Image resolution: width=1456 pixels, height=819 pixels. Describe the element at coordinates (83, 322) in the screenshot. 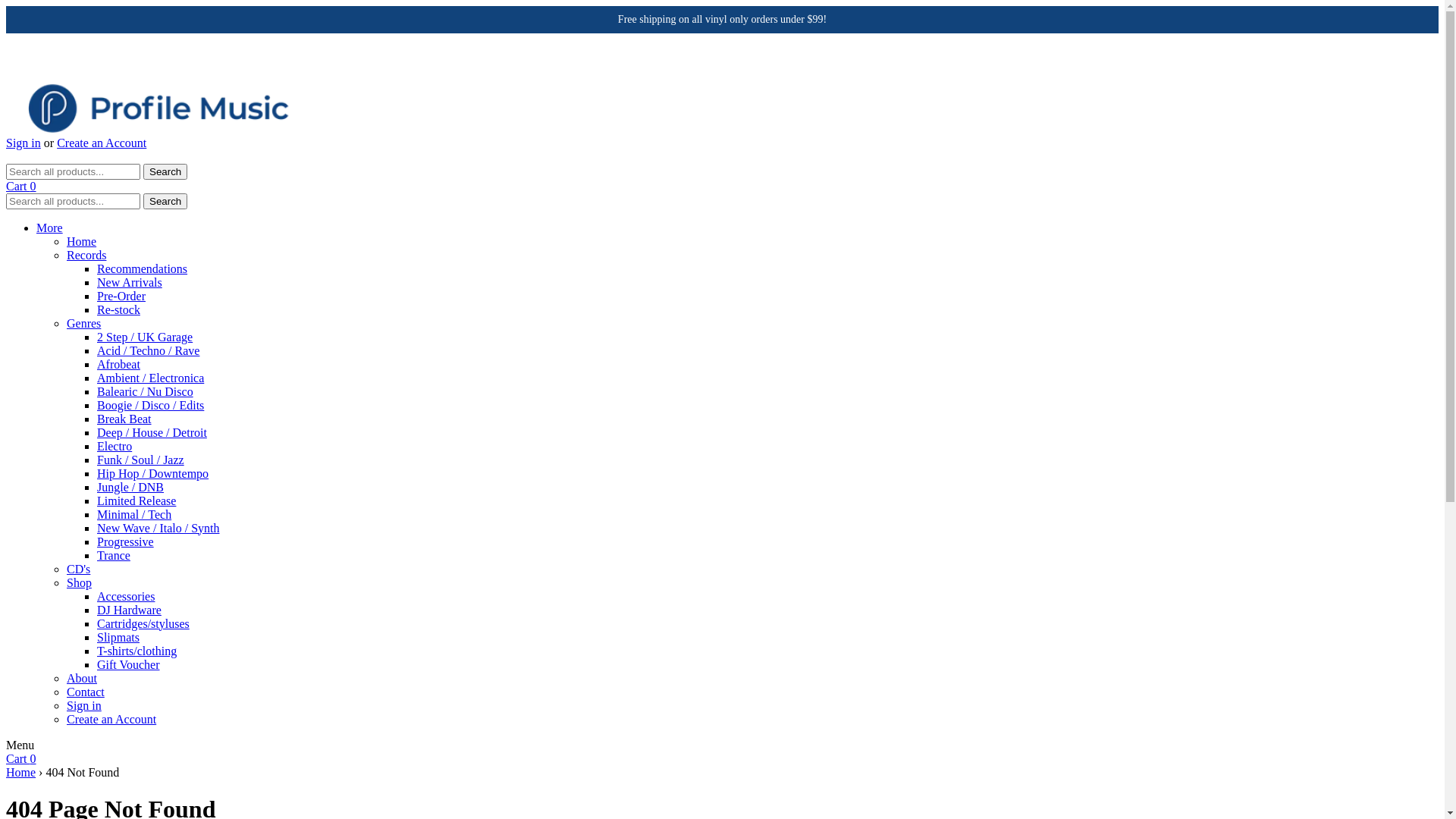

I see `'Genres'` at that location.